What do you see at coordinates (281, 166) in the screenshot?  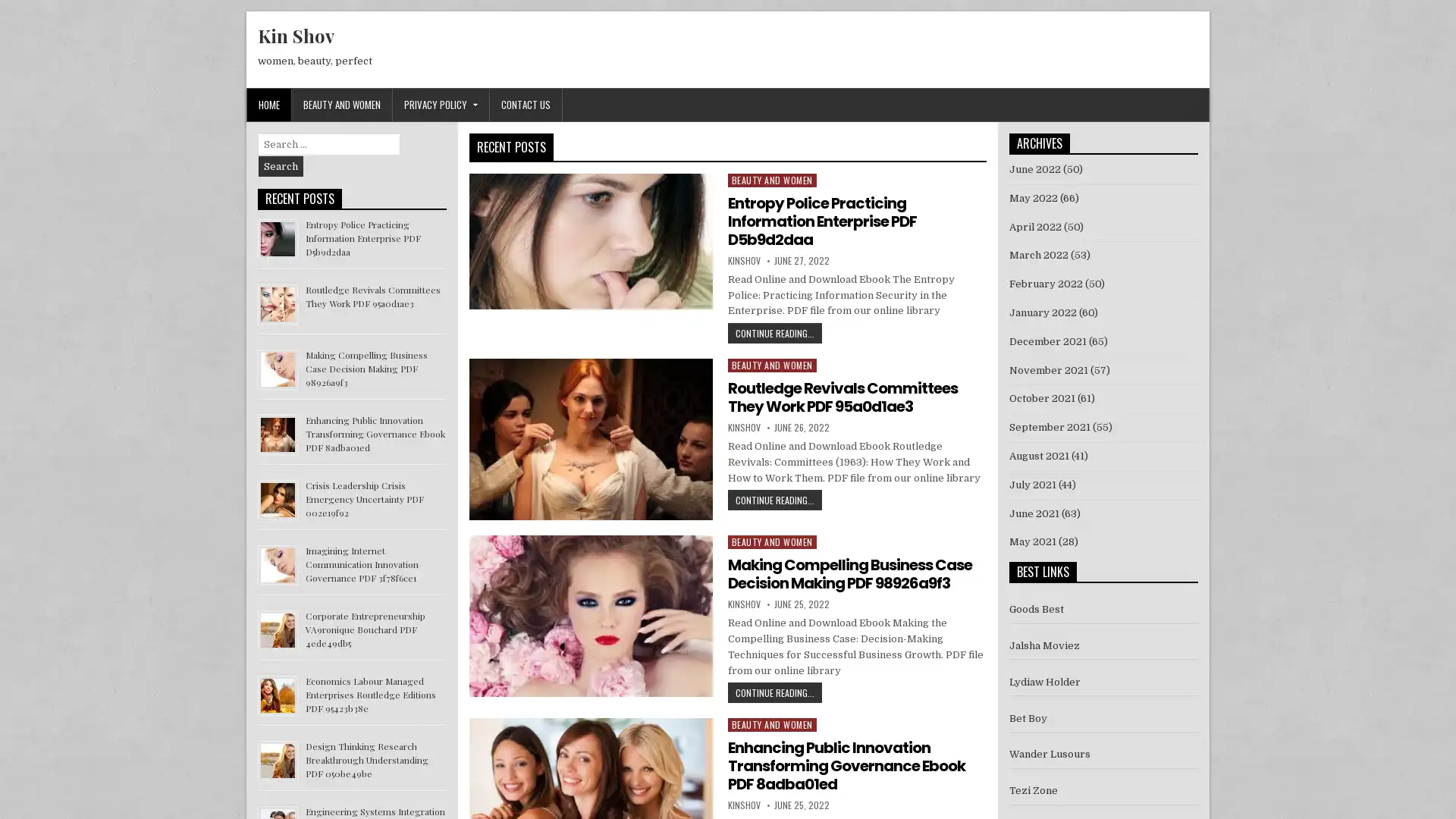 I see `Search` at bounding box center [281, 166].